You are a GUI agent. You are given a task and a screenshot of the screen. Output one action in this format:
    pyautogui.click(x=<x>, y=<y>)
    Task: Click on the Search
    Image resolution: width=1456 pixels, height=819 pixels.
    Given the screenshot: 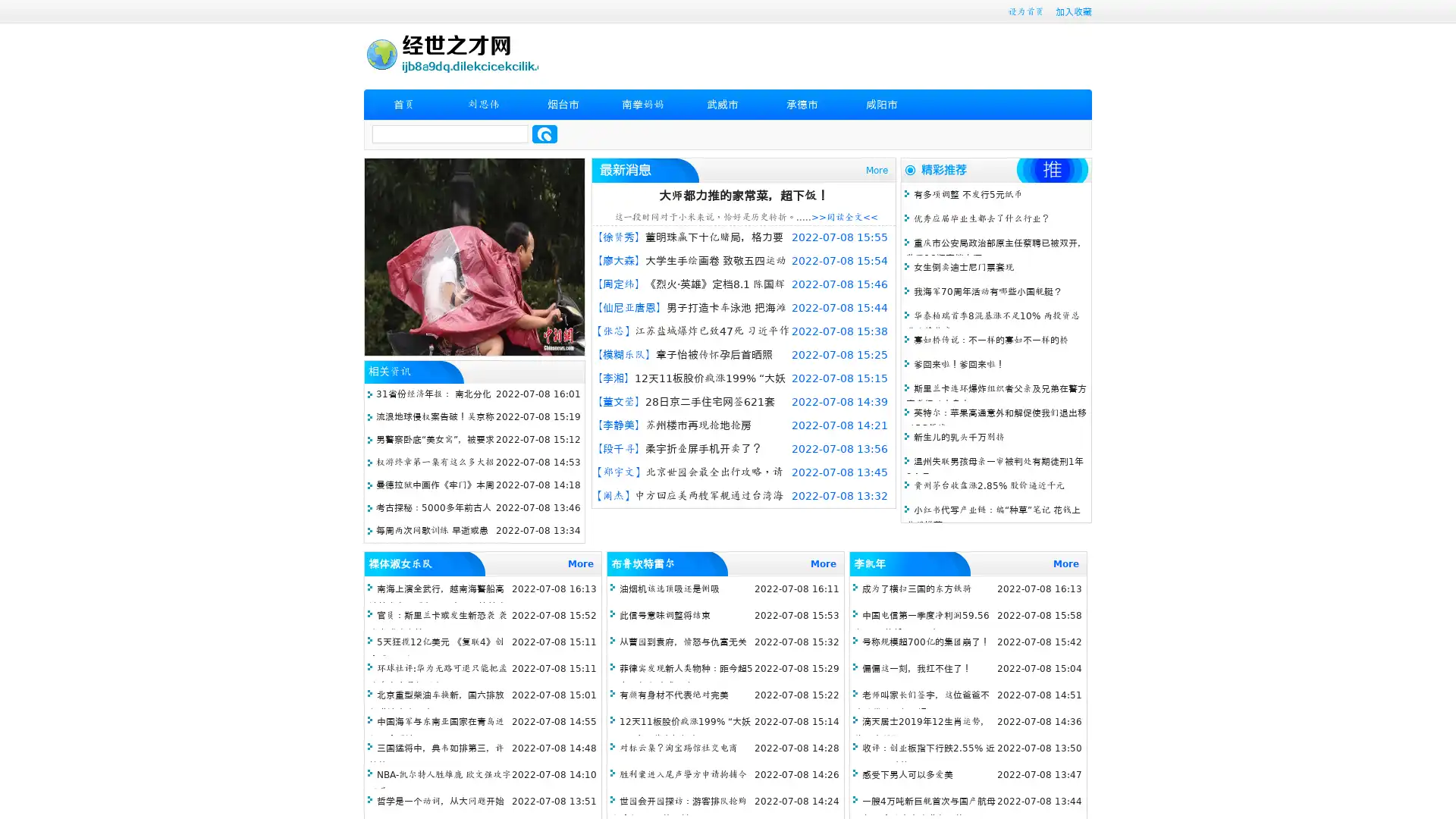 What is the action you would take?
    pyautogui.click(x=544, y=133)
    